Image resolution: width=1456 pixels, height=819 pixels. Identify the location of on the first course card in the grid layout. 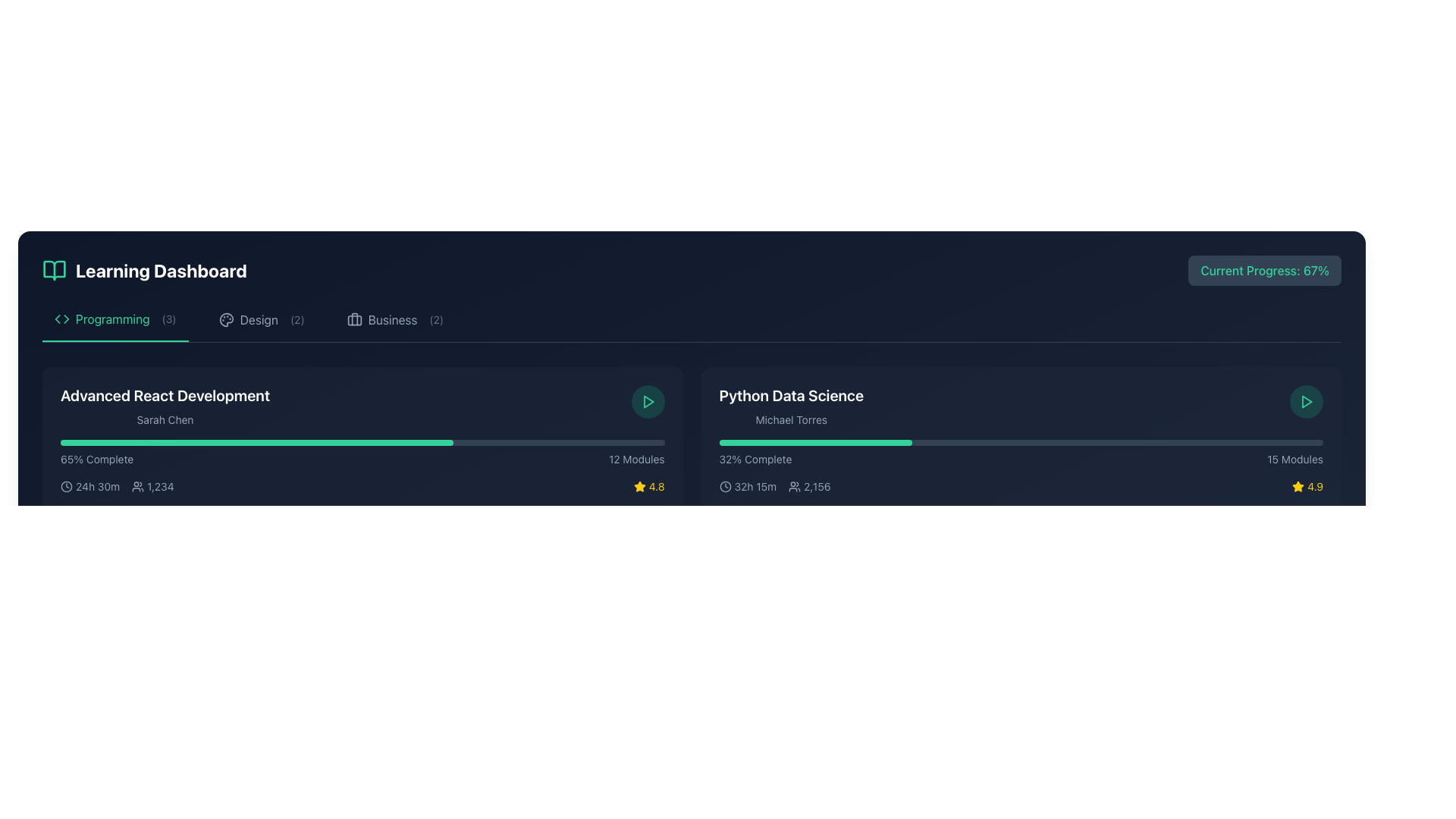
(362, 439).